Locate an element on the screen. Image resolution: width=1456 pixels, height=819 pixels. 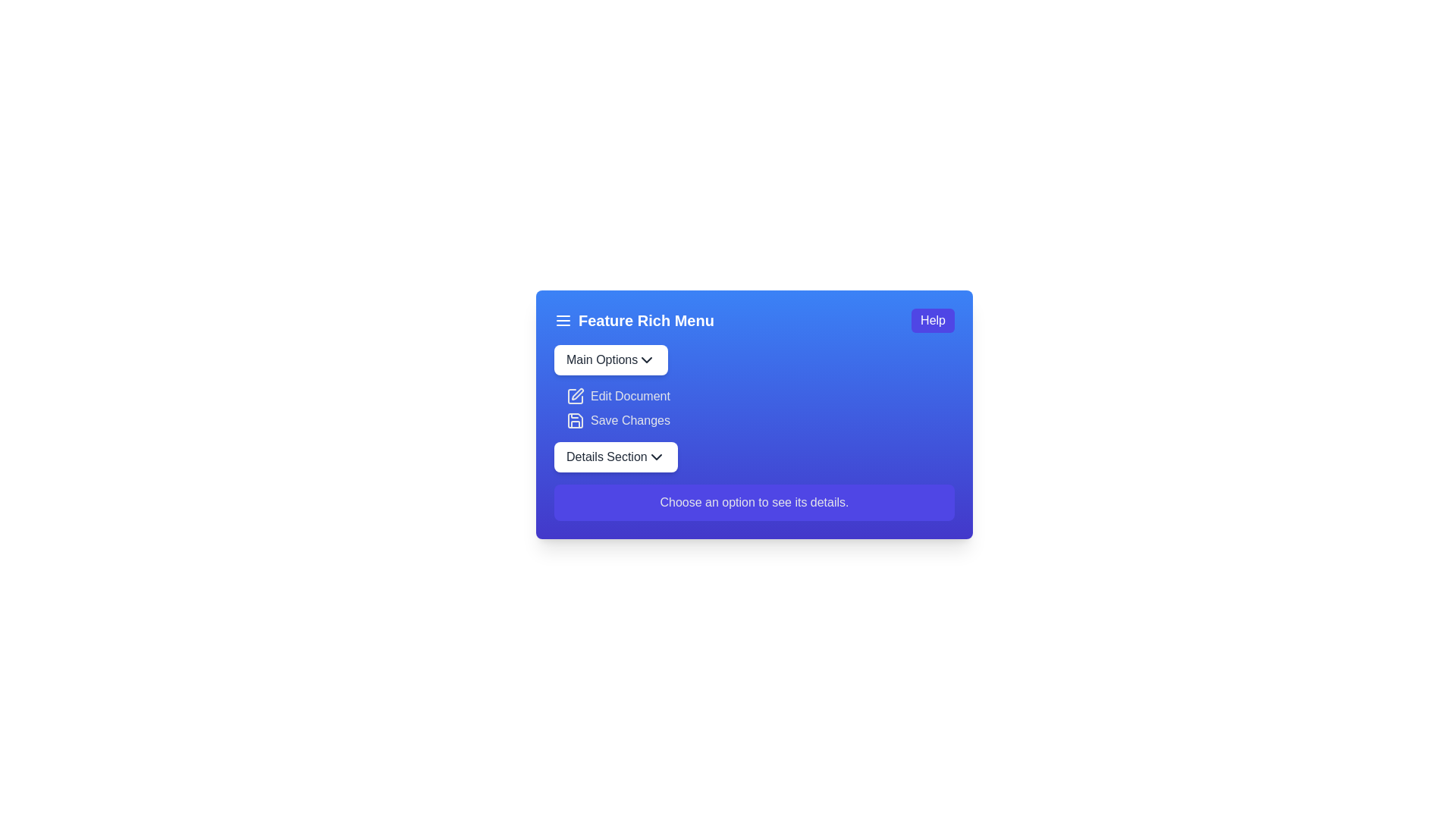
the button located in the second row of the 'Feature Rich Menu' card under the 'Main Options' button to initiate document editing is located at coordinates (618, 396).